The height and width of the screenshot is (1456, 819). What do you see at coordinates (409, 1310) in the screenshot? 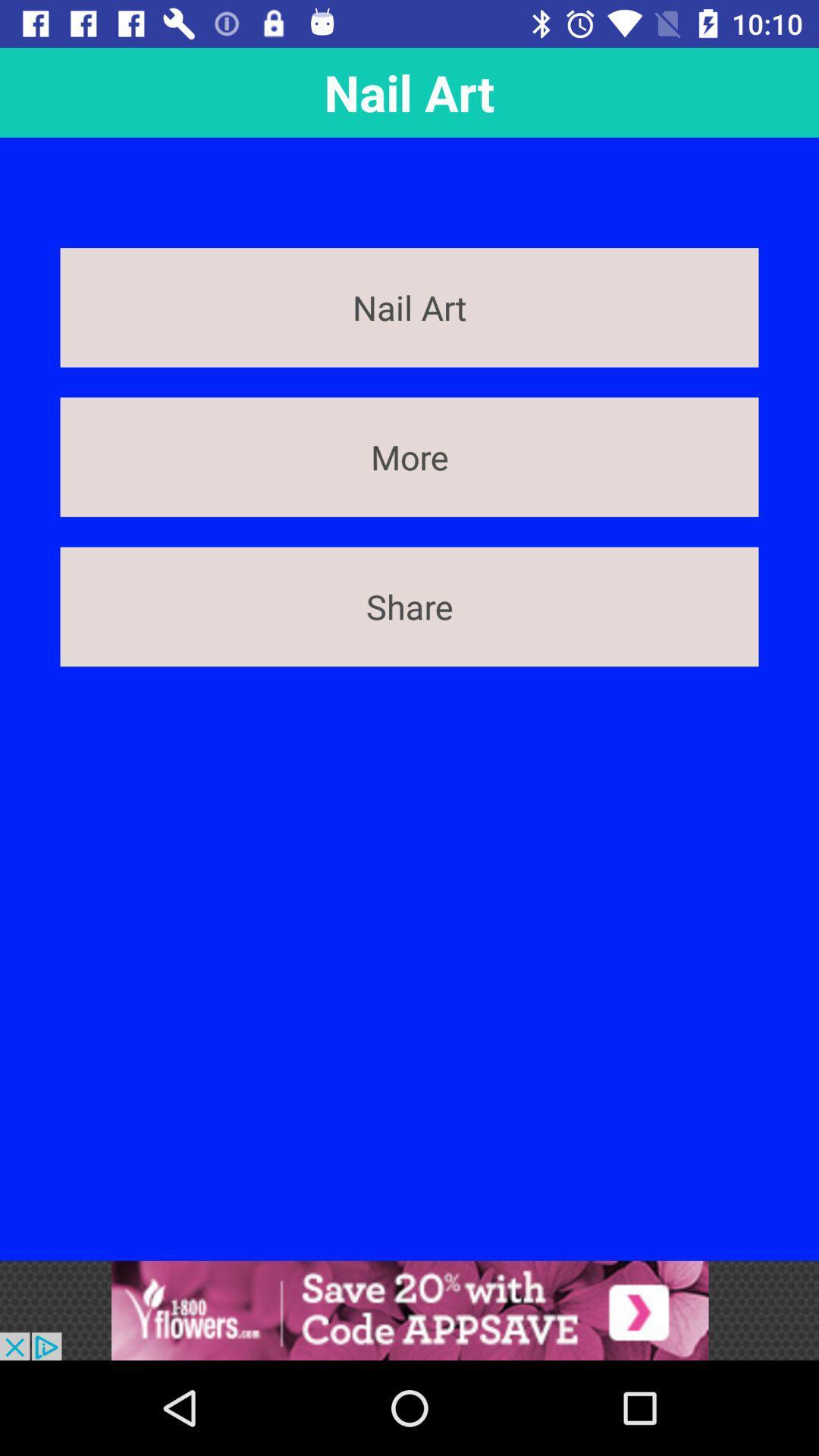
I see `advertisement link` at bounding box center [409, 1310].